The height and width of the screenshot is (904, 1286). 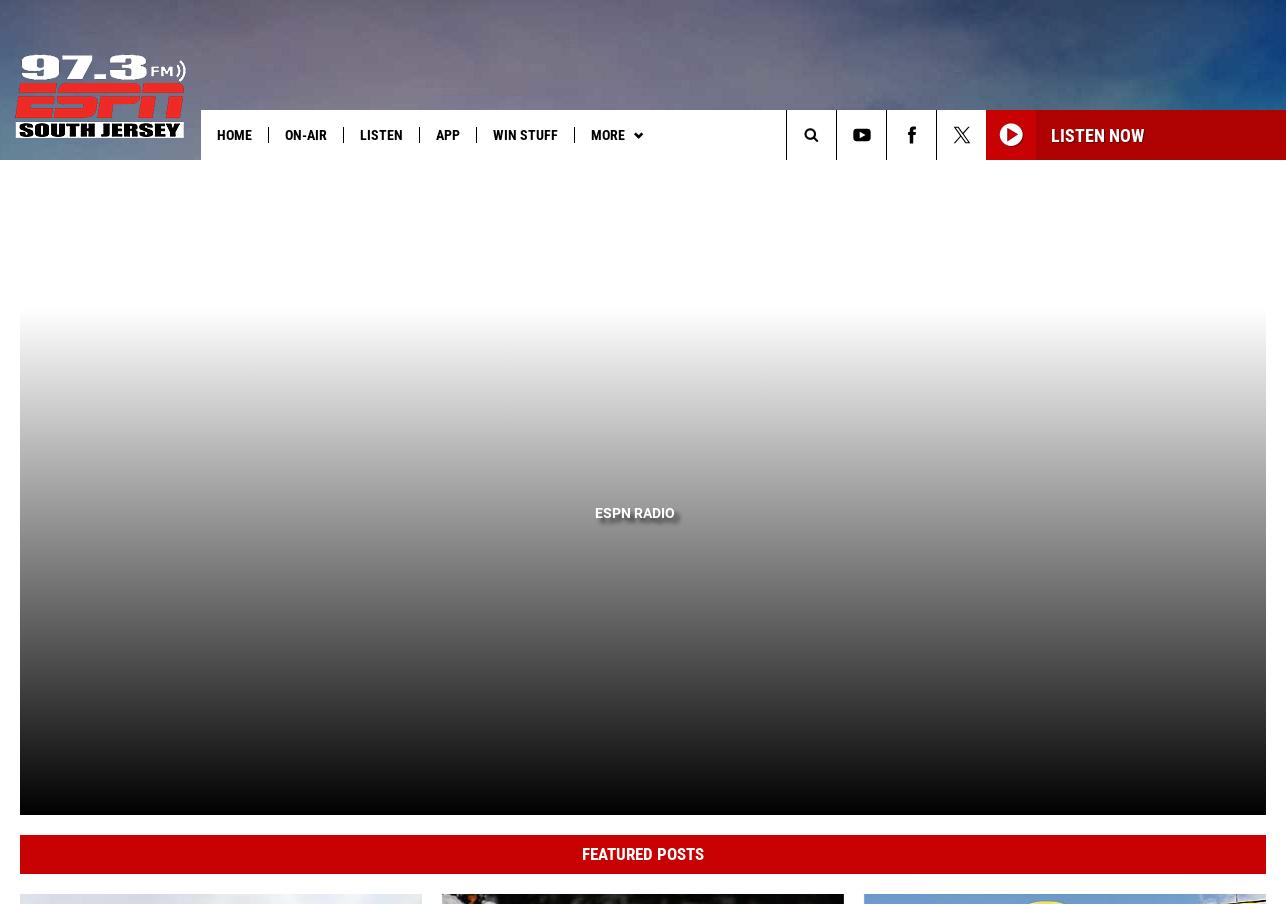 What do you see at coordinates (58, 176) in the screenshot?
I see `'Heard on Air:'` at bounding box center [58, 176].